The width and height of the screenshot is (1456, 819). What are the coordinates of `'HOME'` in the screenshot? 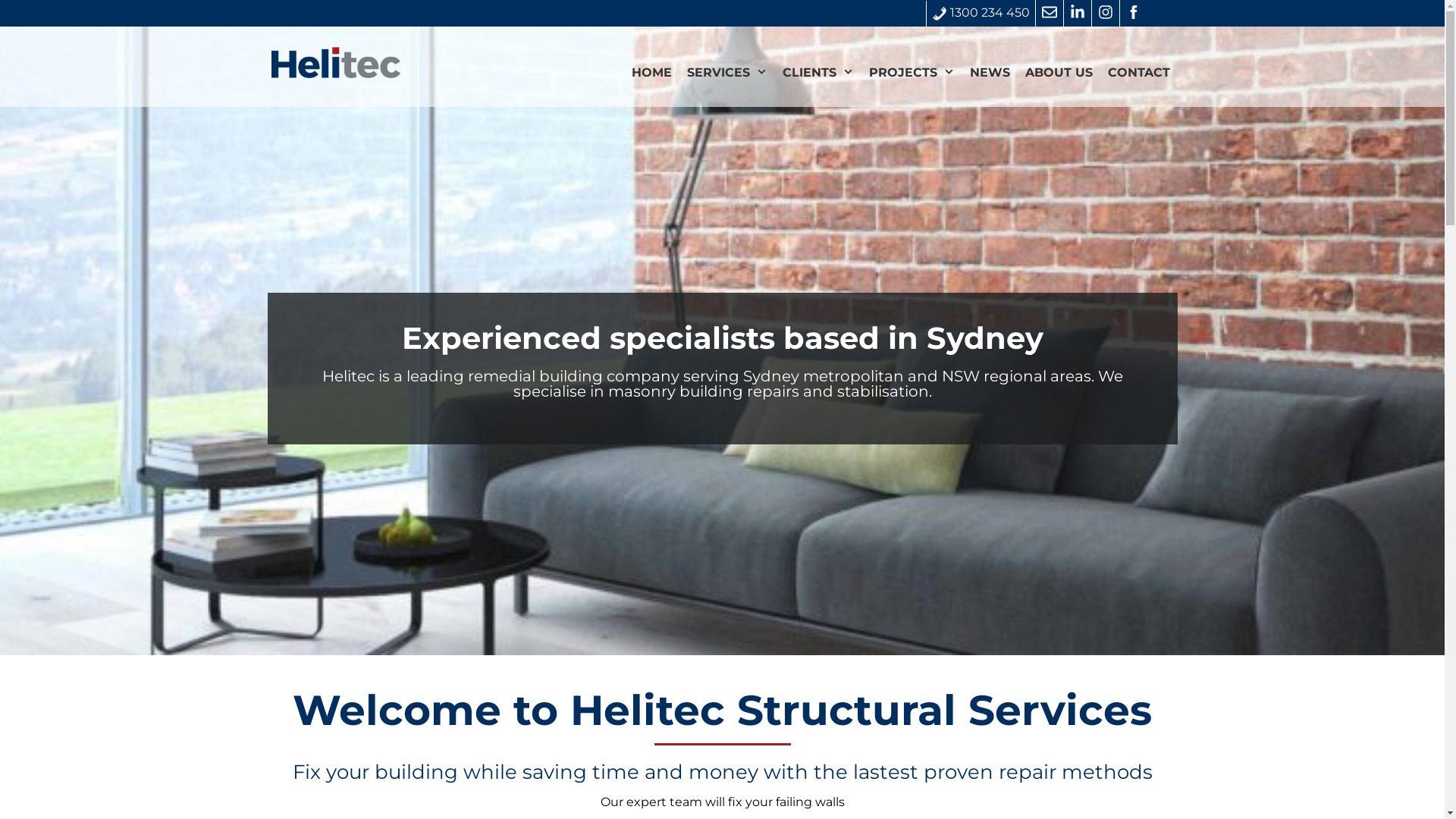 It's located at (623, 73).